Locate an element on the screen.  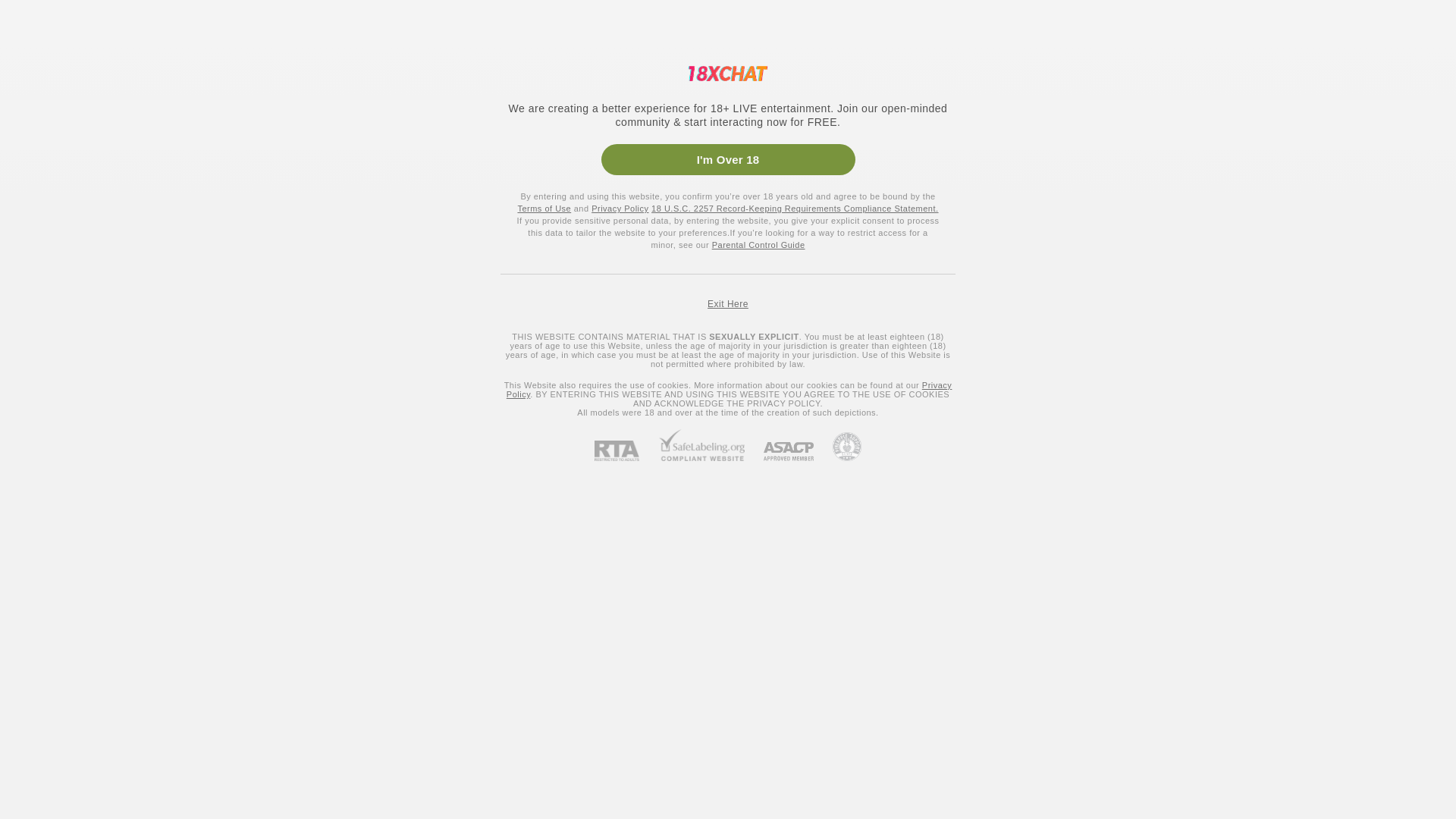
'Parental Control Guide' is located at coordinates (711, 244).